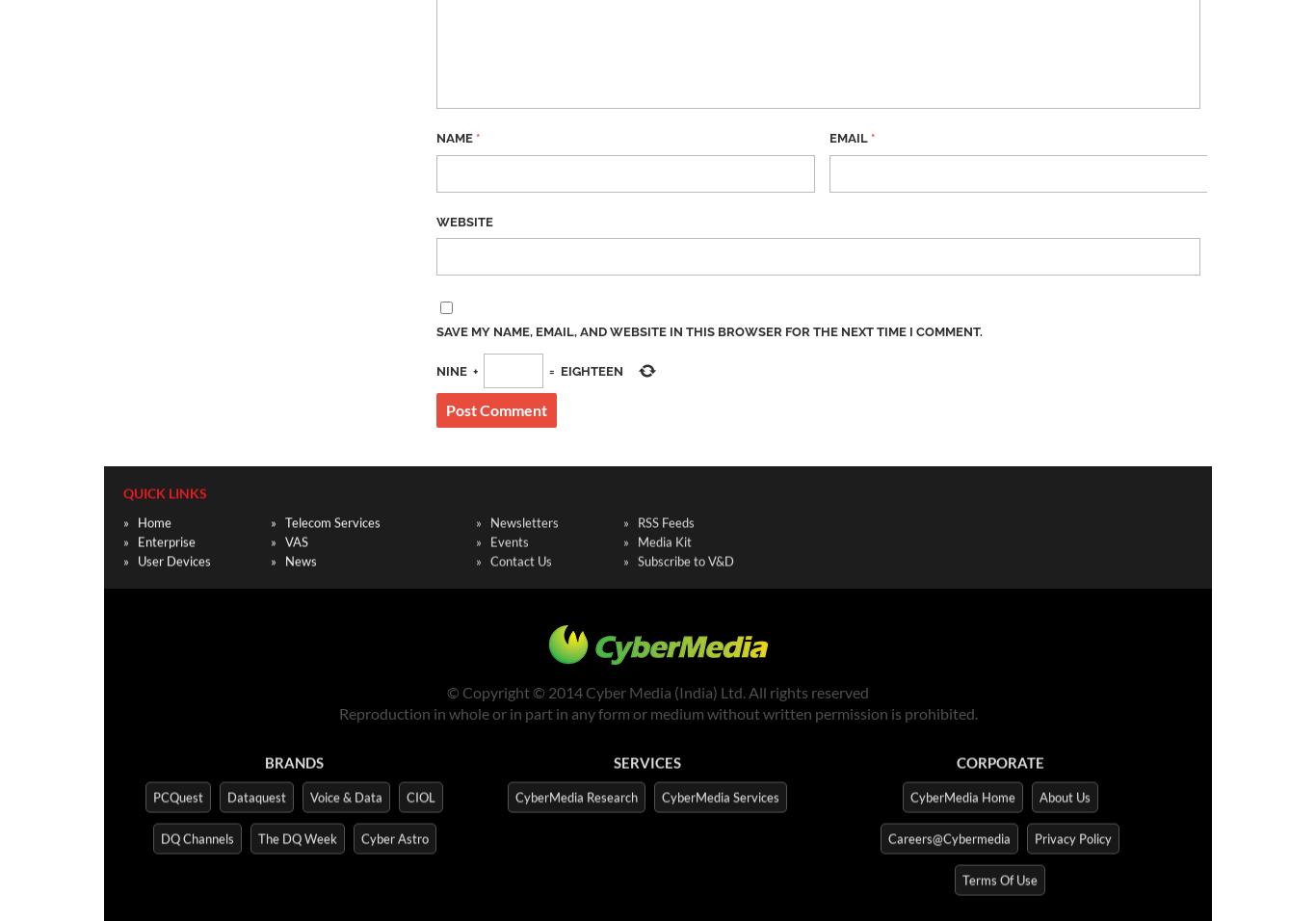  I want to click on 'CyberMedia Home', so click(961, 792).